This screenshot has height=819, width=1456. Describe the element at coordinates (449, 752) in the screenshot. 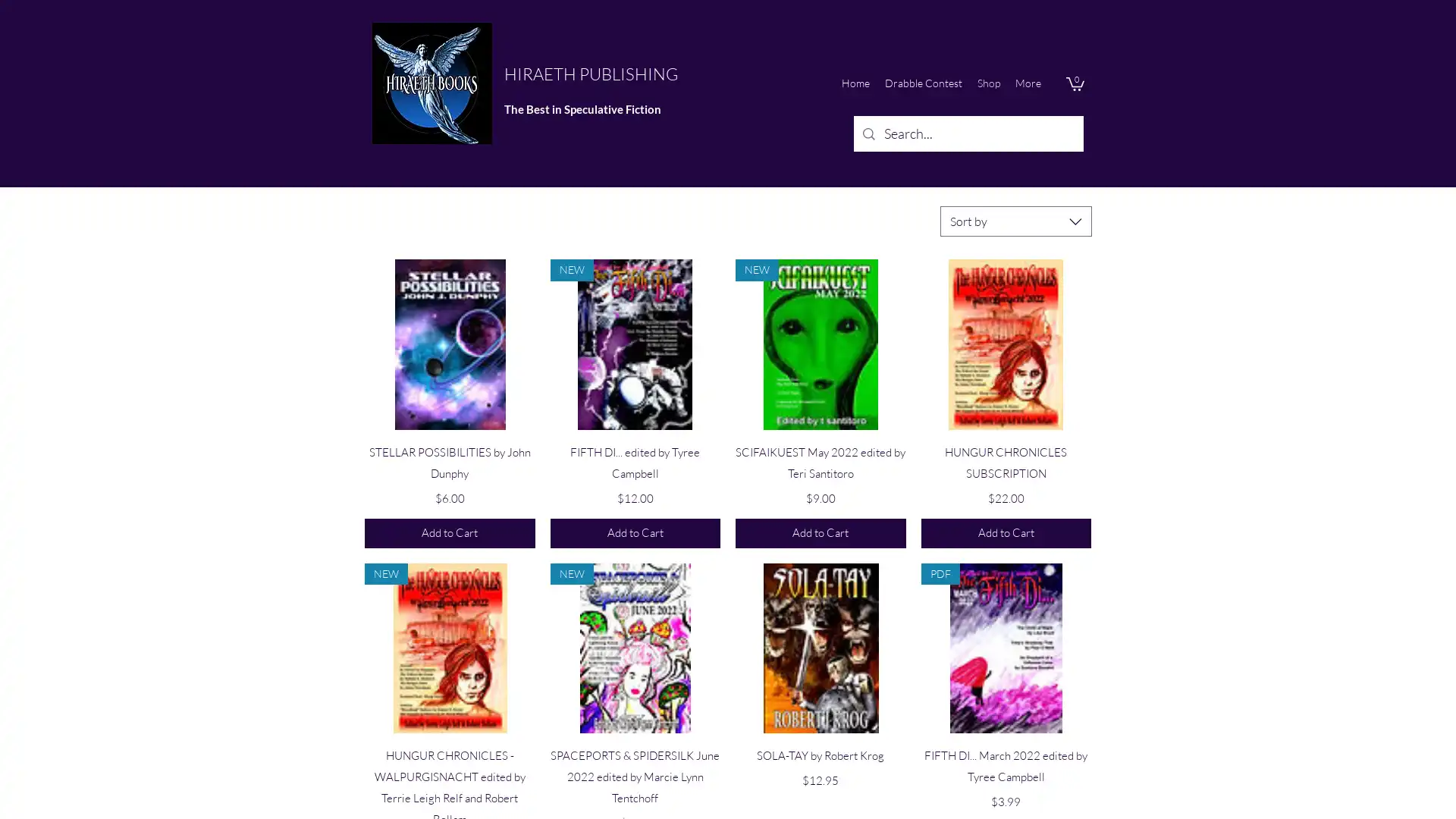

I see `Quick View` at that location.